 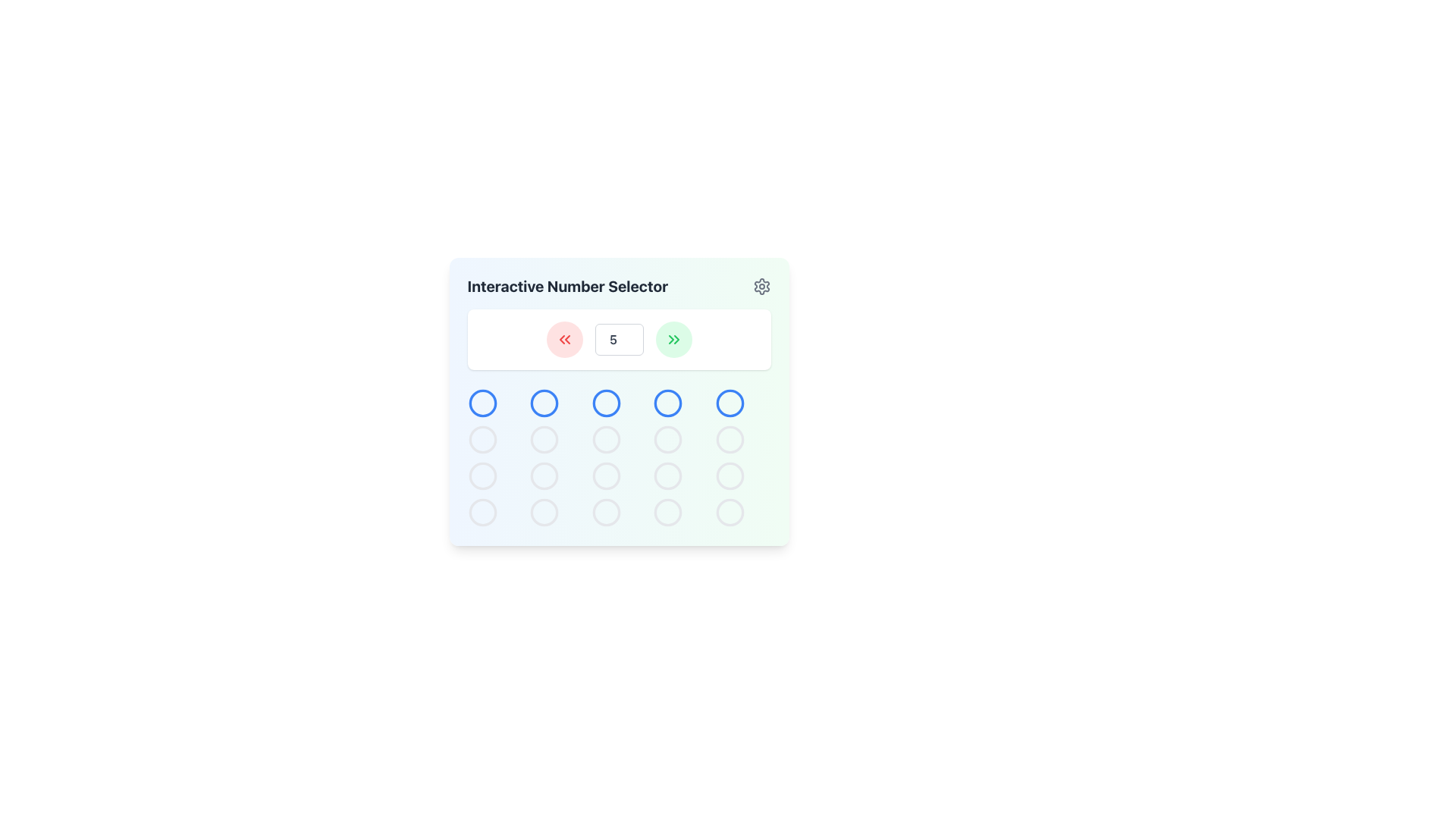 I want to click on the solid circular element located in the second row, third column of the 4x4 grid within the 'Interactive Number Selector' section, so click(x=605, y=439).